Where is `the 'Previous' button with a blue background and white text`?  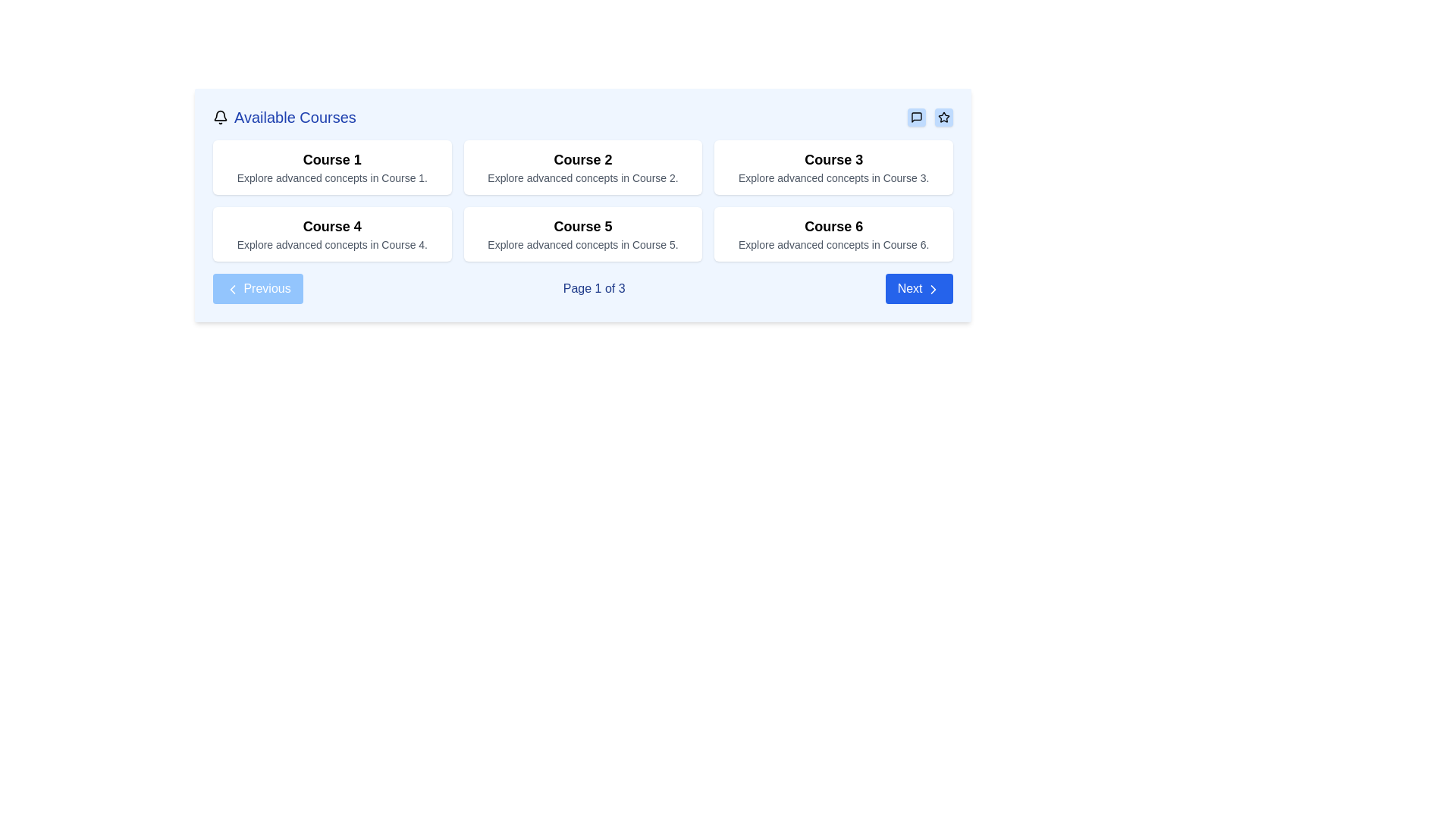
the 'Previous' button with a blue background and white text is located at coordinates (258, 289).